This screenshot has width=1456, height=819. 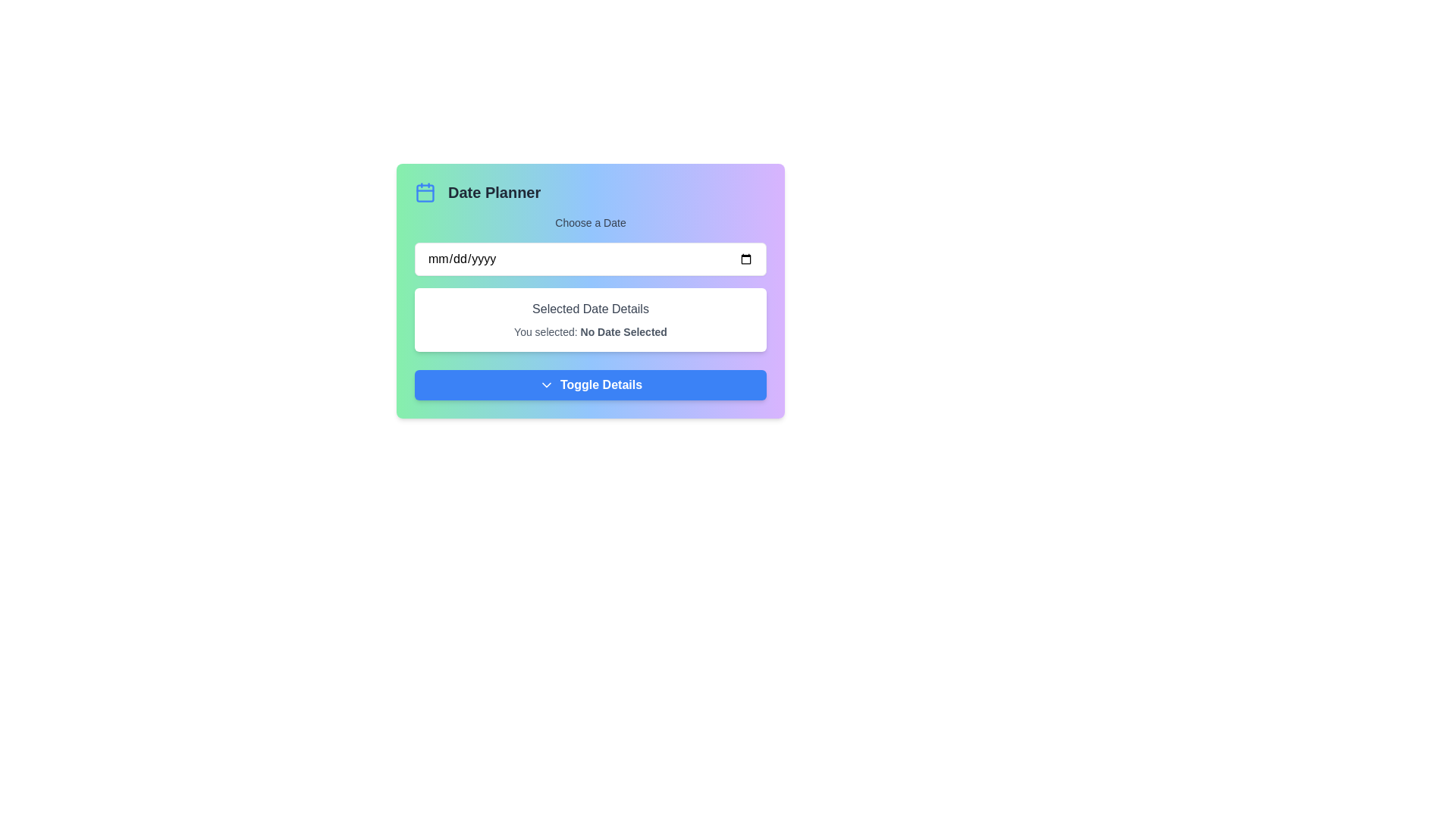 I want to click on the downward-pointing chevron icon, which is white against a blue background, located within the 'Toggle Details' button at the bottom of the Date Planner widget, so click(x=546, y=384).